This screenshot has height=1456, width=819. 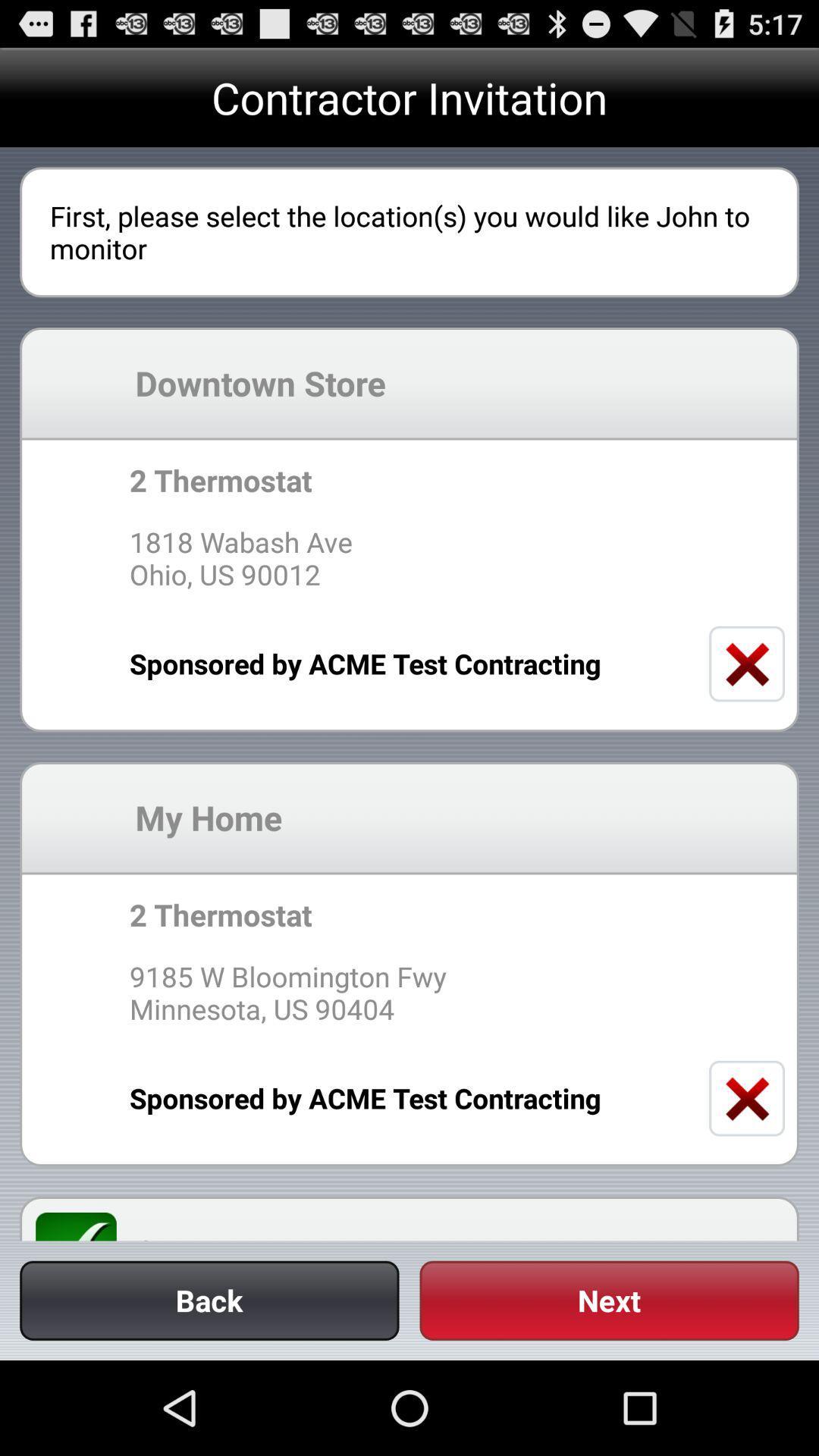 What do you see at coordinates (409, 993) in the screenshot?
I see `9185 w bloomington icon` at bounding box center [409, 993].